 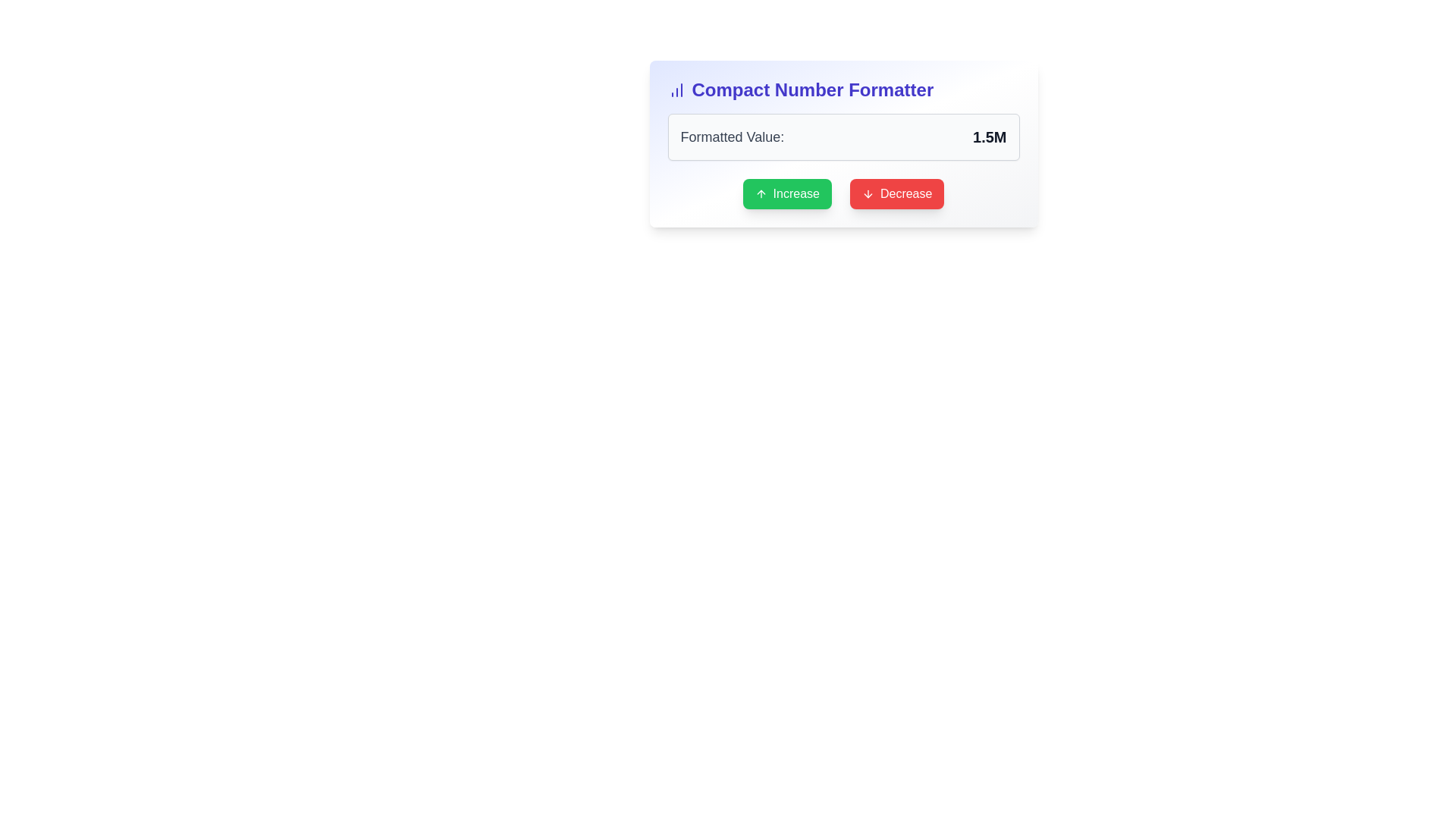 I want to click on the second button in a horizontal pair of buttons, located to the right of the green 'Increase' button, so click(x=897, y=193).